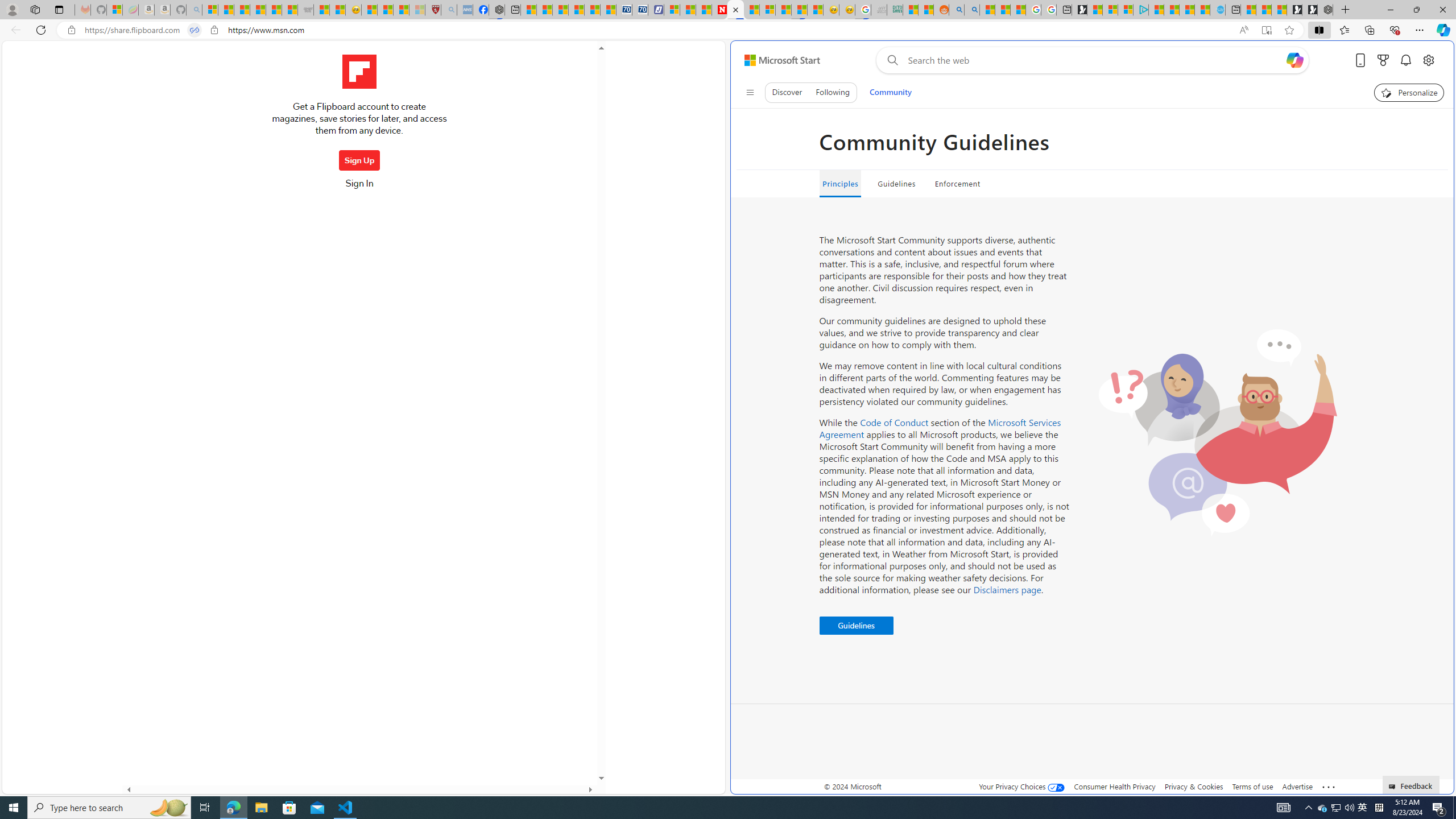 The width and height of the screenshot is (1456, 819). Describe the element at coordinates (1428, 60) in the screenshot. I see `'Open settings'` at that location.